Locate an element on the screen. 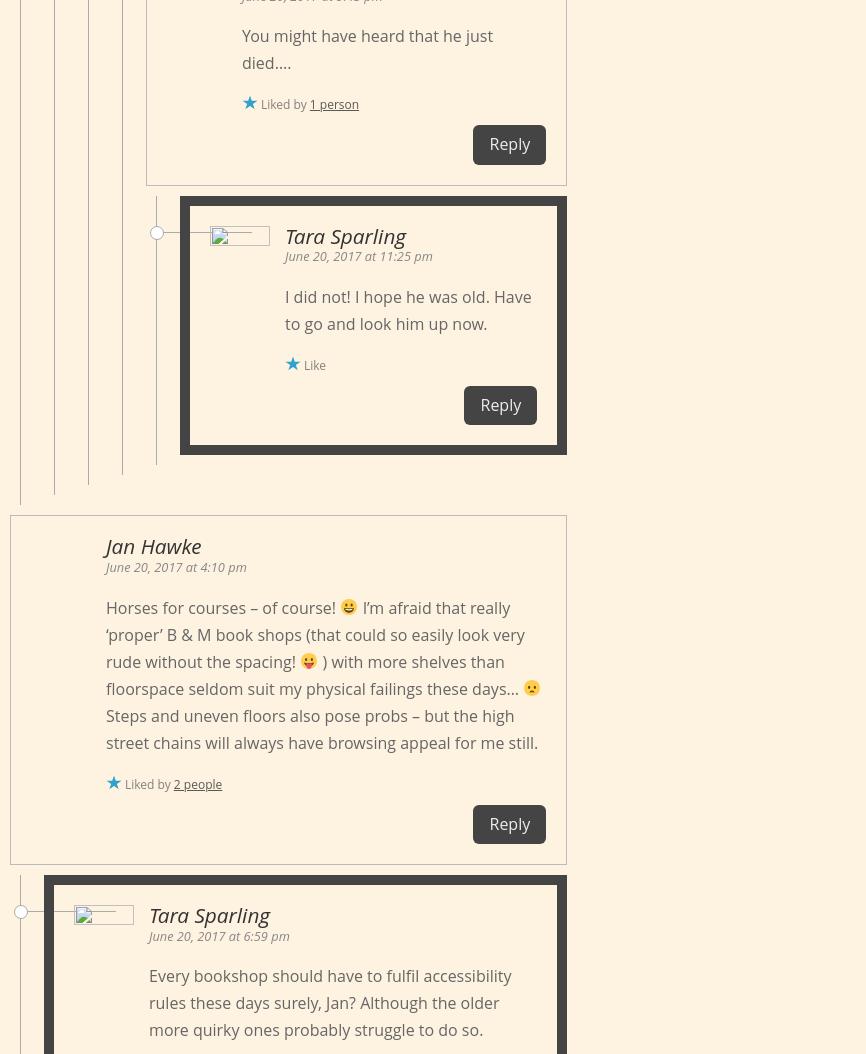 The height and width of the screenshot is (1054, 866). 'Like' is located at coordinates (313, 365).